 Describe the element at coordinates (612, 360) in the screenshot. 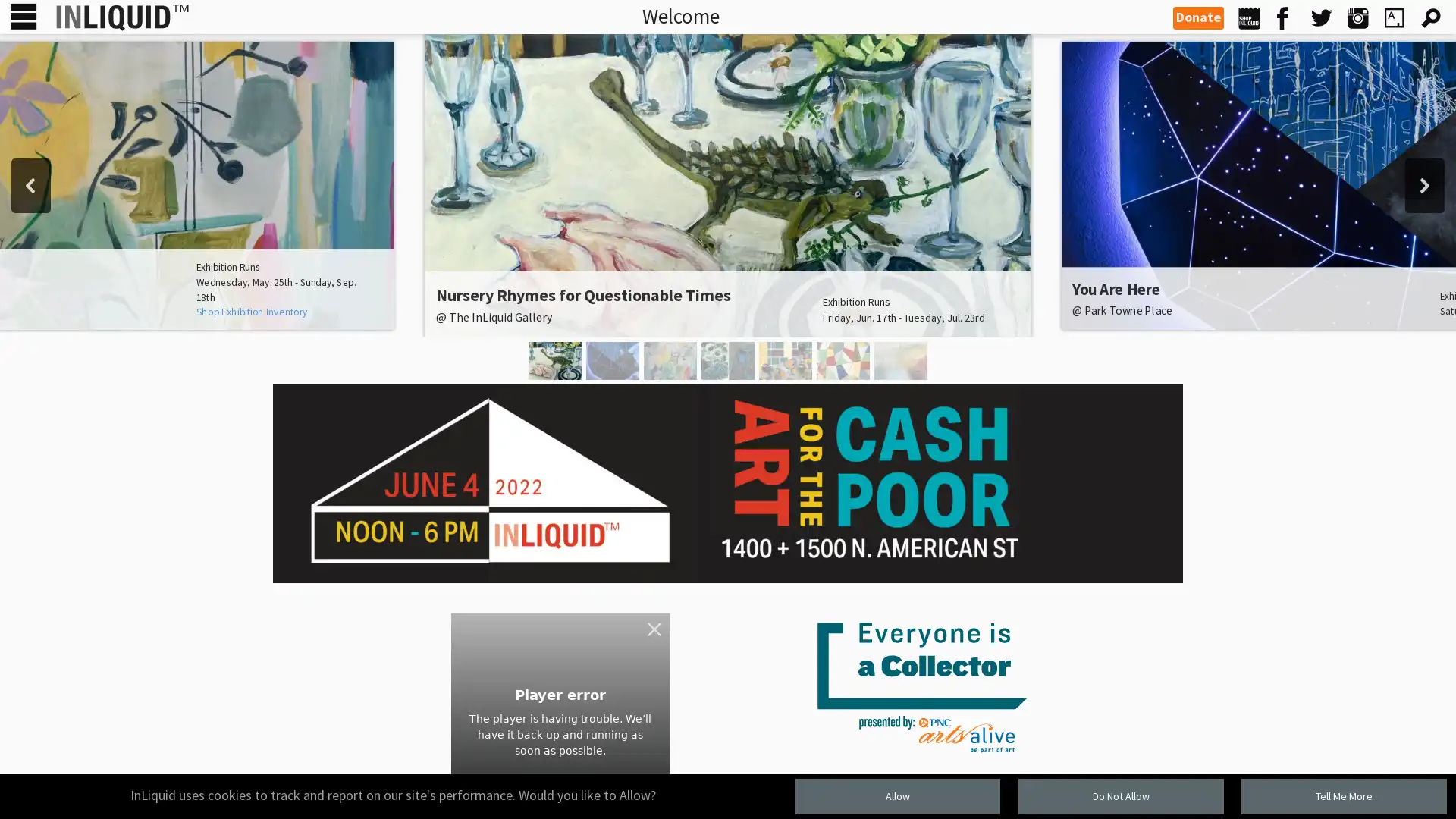

I see `You Are Here` at that location.